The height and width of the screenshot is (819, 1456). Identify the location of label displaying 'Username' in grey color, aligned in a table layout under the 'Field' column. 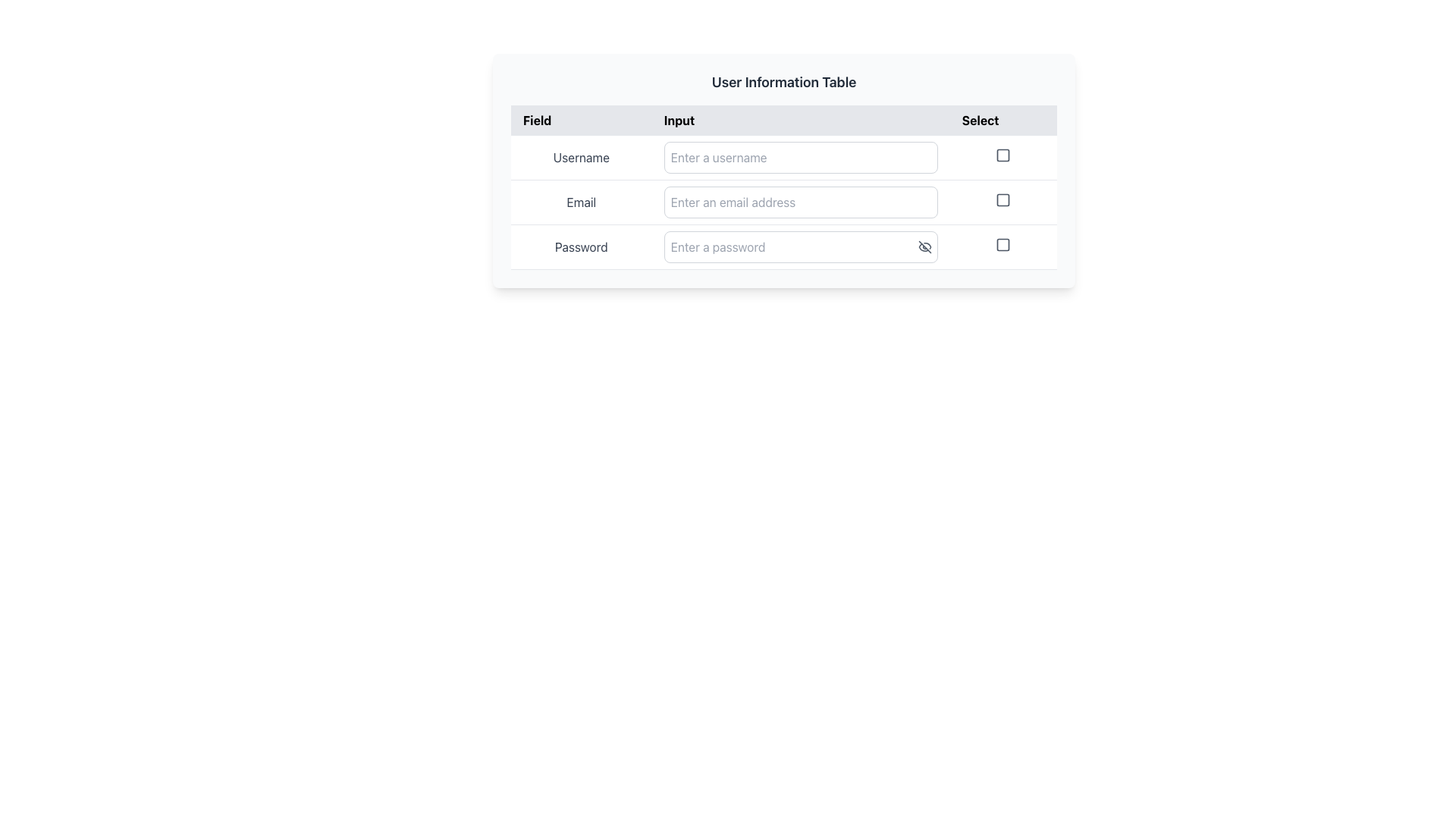
(580, 158).